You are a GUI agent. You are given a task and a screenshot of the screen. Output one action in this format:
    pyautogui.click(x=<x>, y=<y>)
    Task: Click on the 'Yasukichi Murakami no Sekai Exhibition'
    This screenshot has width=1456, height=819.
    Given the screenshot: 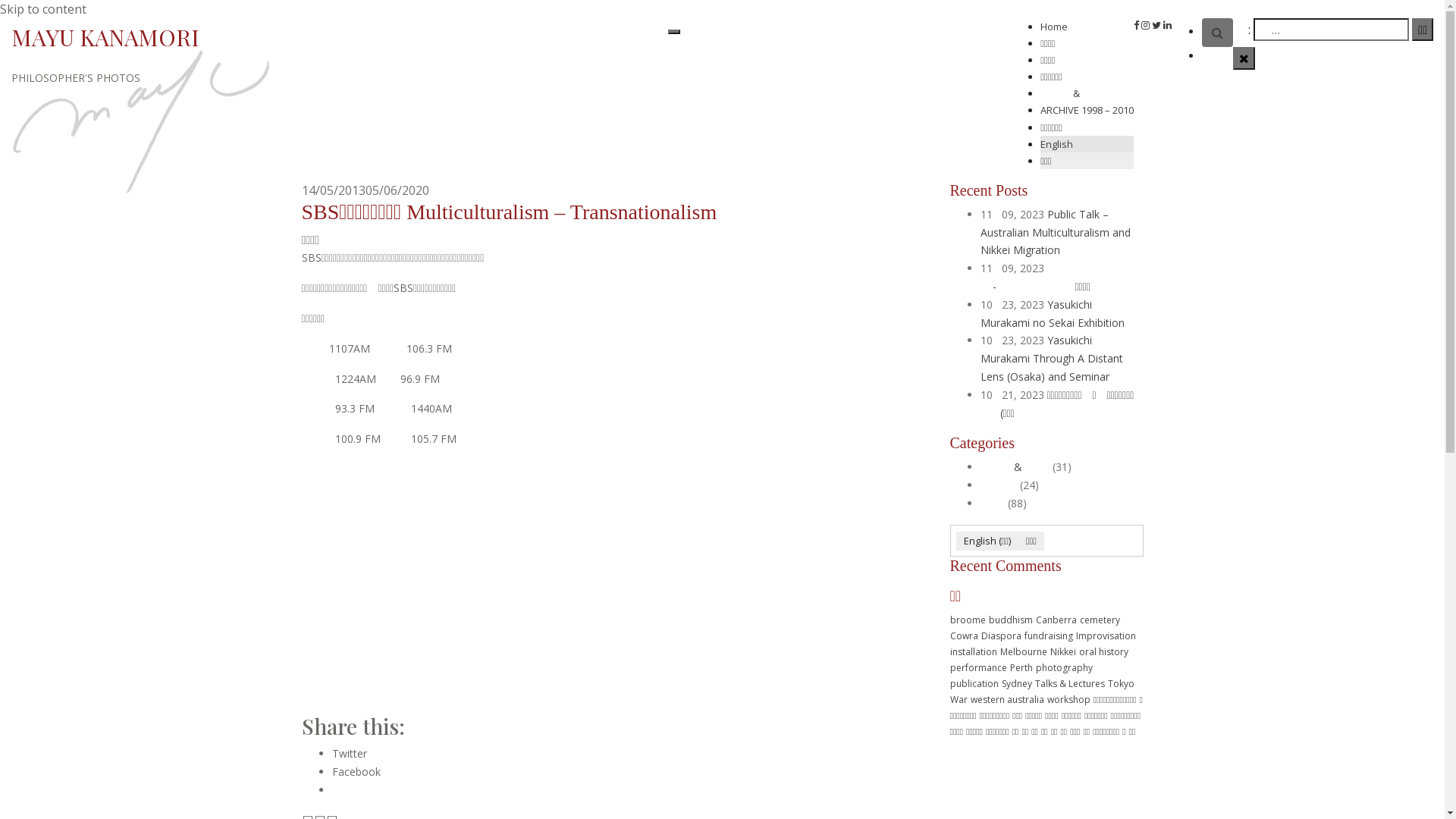 What is the action you would take?
    pyautogui.click(x=1051, y=312)
    